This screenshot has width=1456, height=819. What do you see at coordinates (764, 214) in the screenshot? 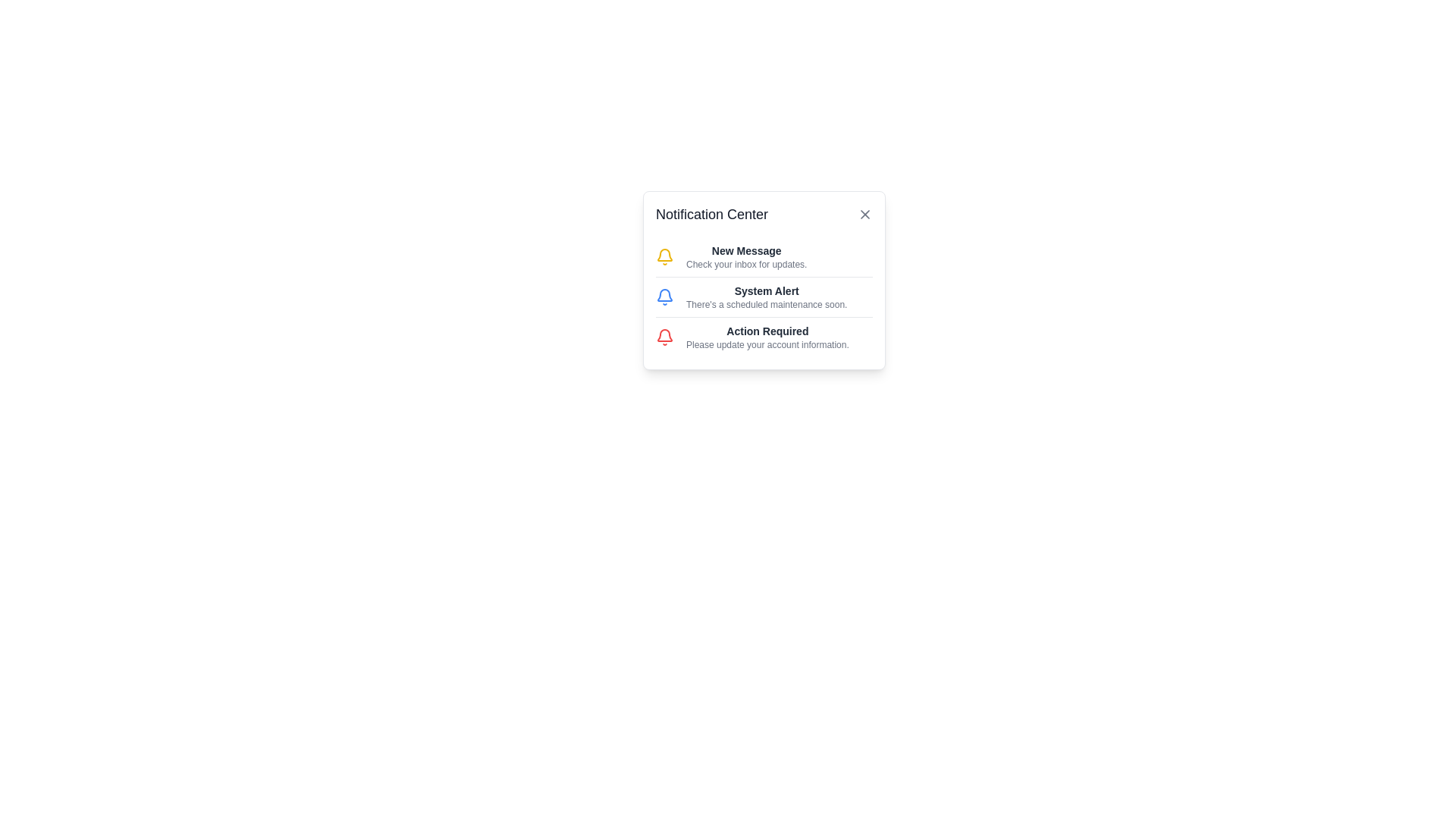
I see `the 'Notification Center' header` at bounding box center [764, 214].